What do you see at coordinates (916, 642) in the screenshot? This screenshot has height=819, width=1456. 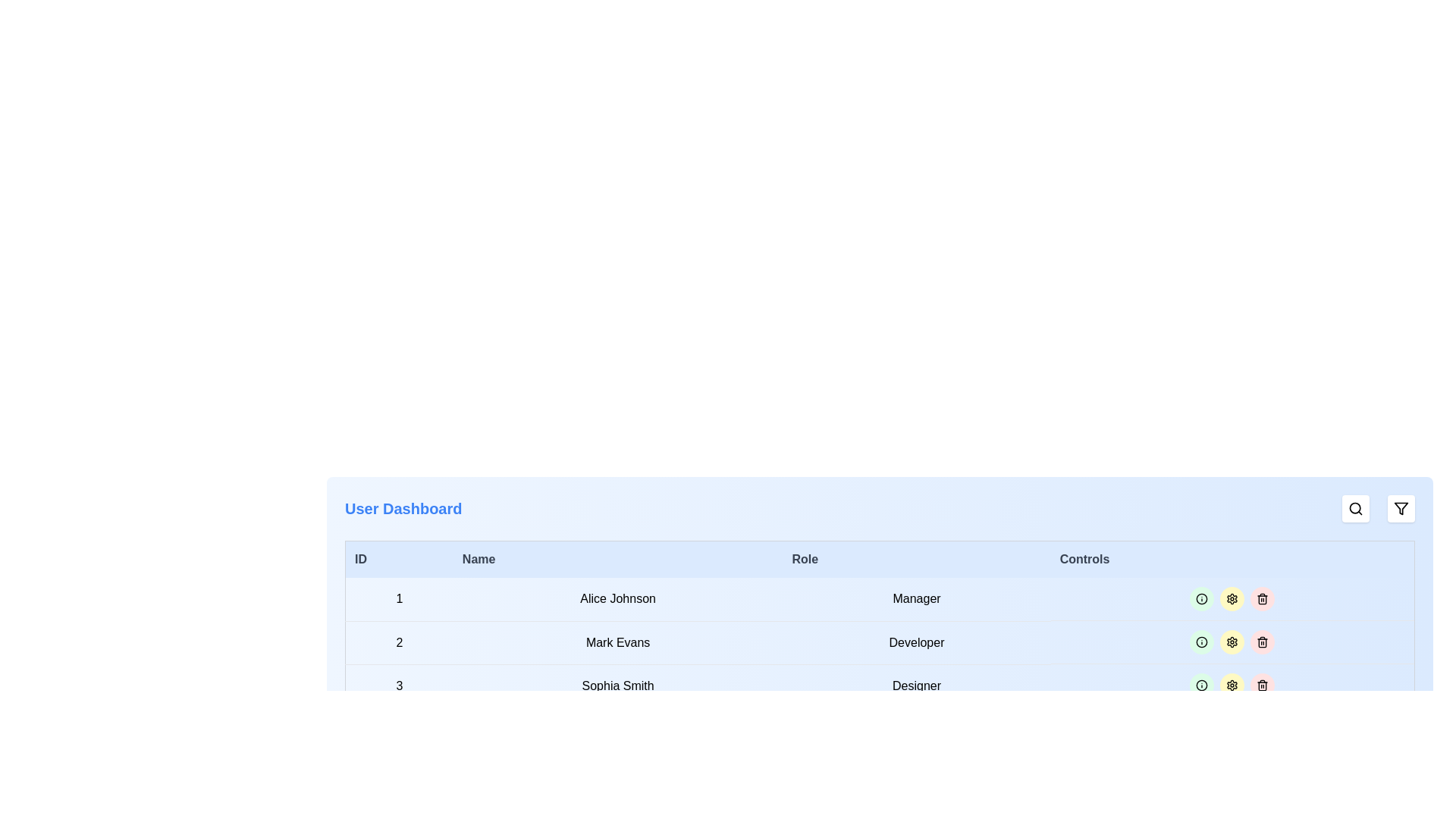 I see `the Static Text element displaying 'Developer' in the blue-themed table, located in the 'Role' column of the second row` at bounding box center [916, 642].